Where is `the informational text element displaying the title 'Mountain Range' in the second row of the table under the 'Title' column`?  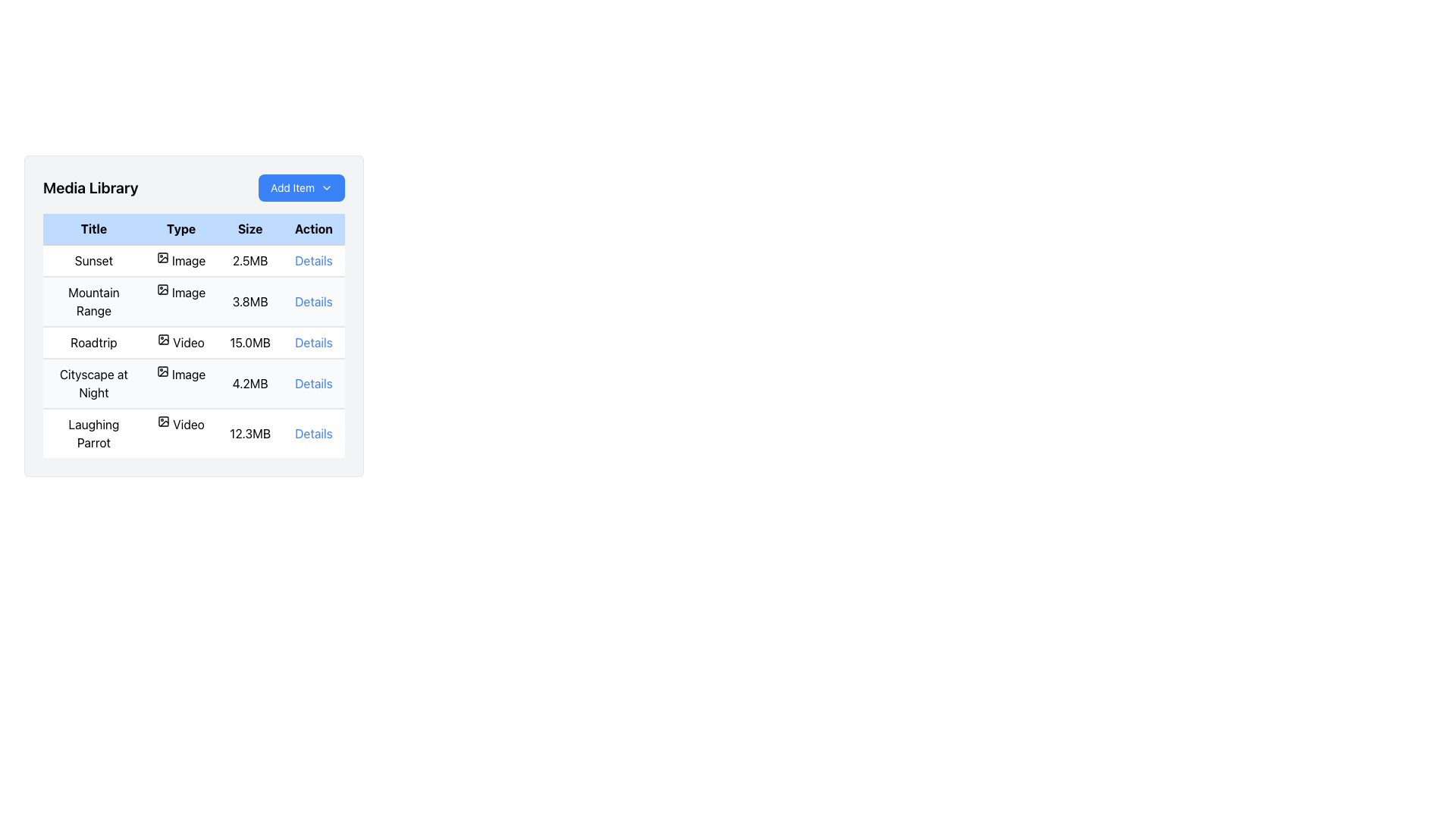 the informational text element displaying the title 'Mountain Range' in the second row of the table under the 'Title' column is located at coordinates (93, 301).